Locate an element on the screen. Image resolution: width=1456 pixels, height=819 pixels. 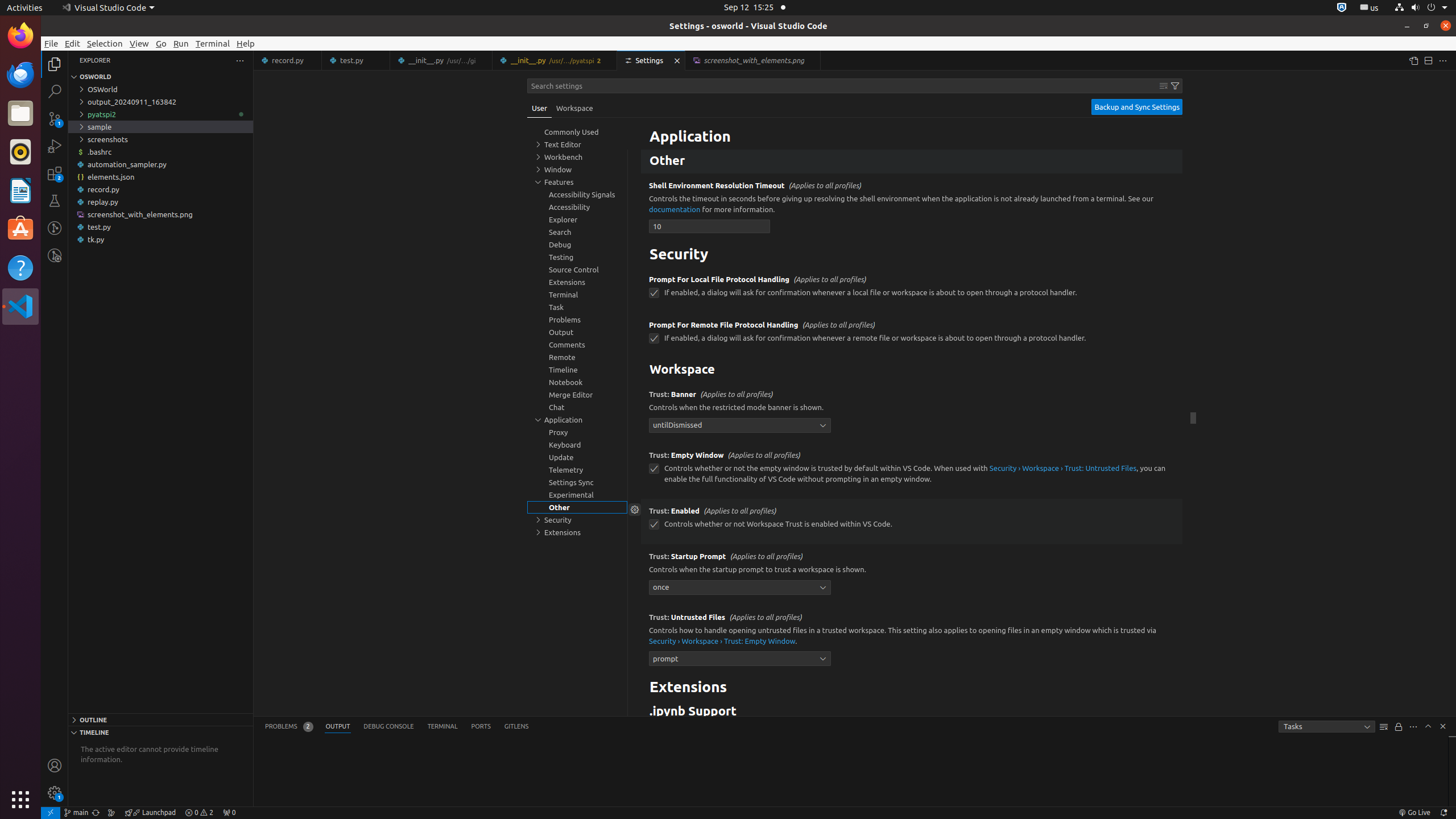
'Security, group' is located at coordinates (577, 519).